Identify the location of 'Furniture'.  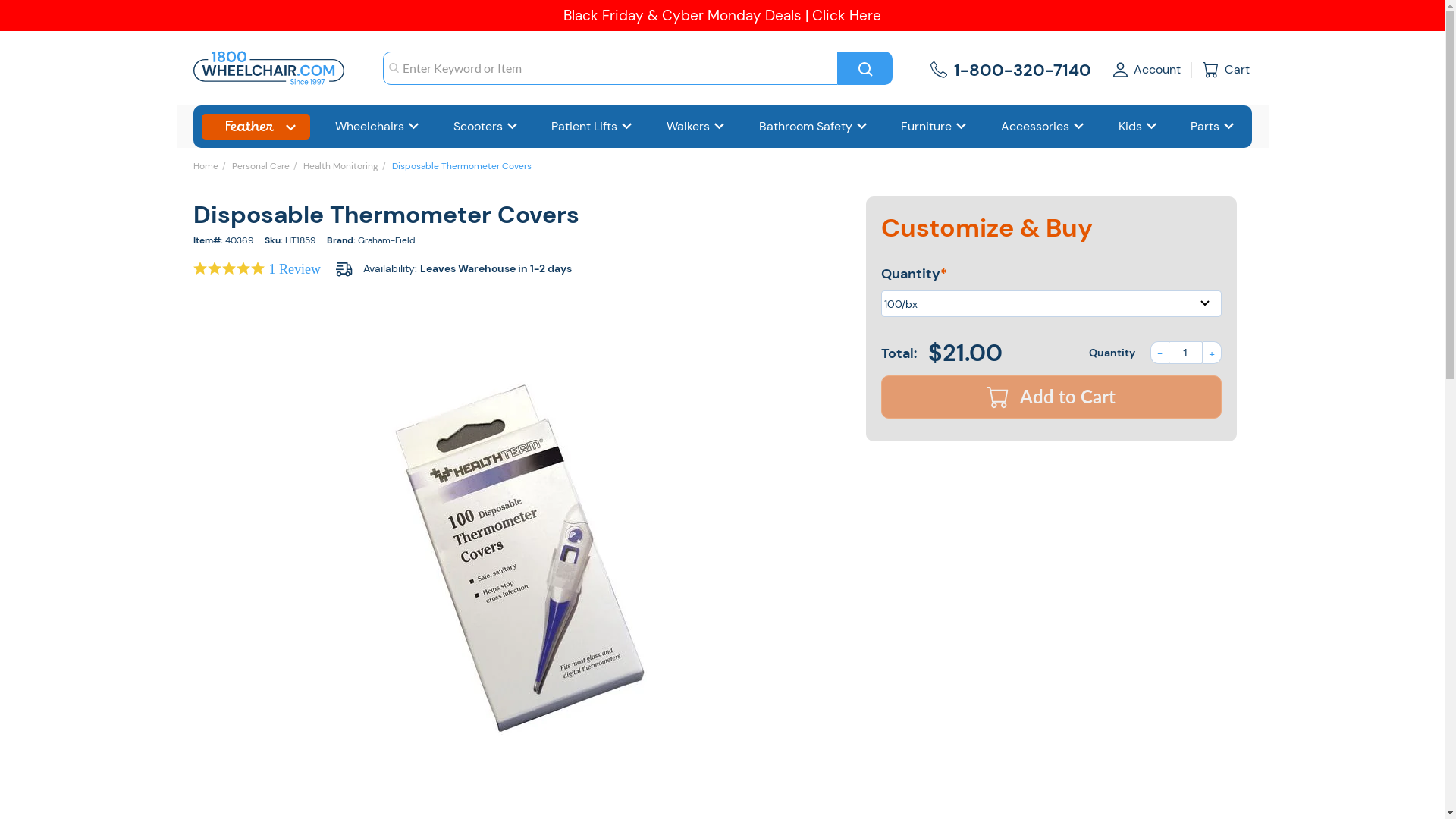
(893, 126).